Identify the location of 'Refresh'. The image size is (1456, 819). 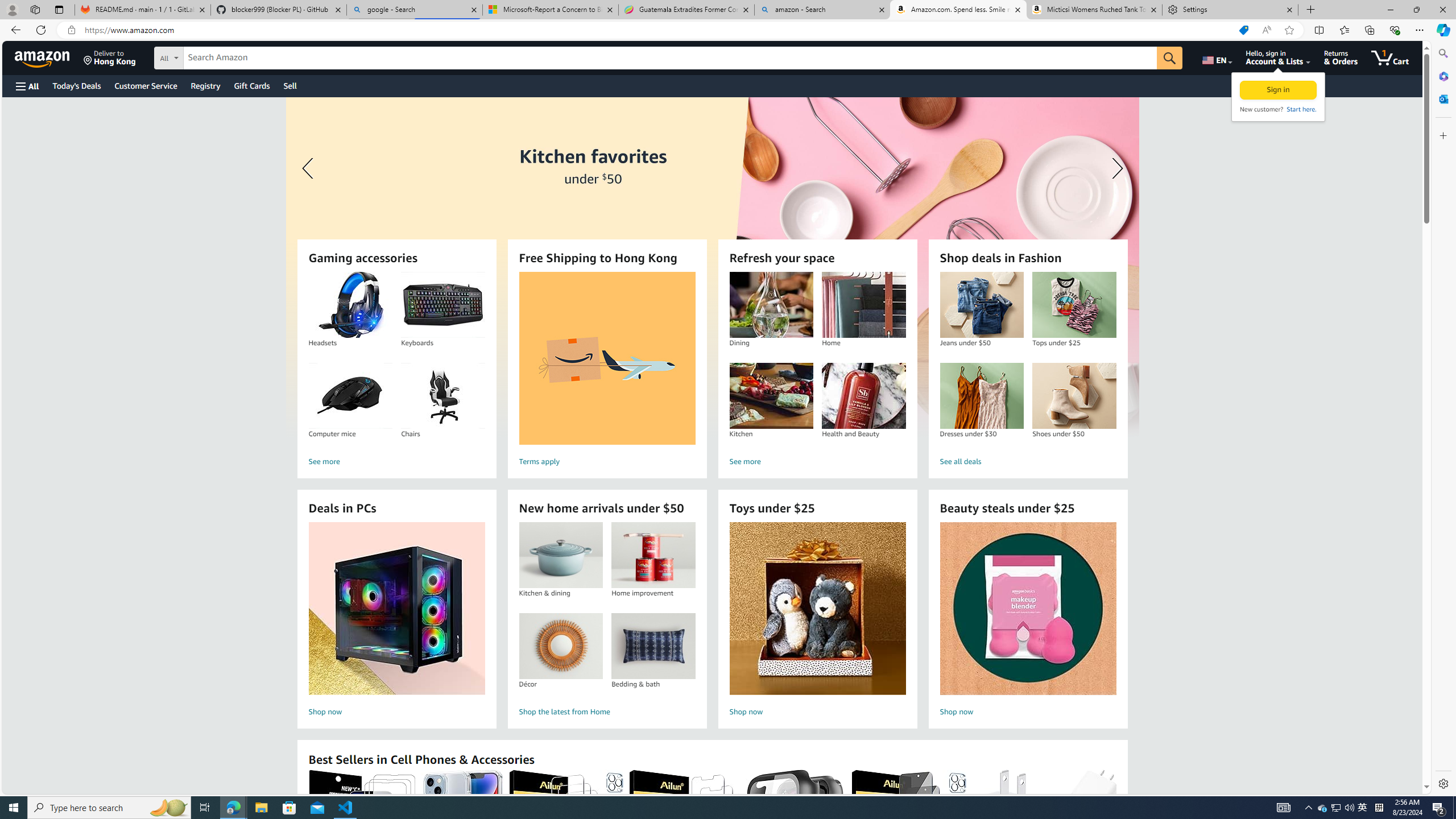
(40, 29).